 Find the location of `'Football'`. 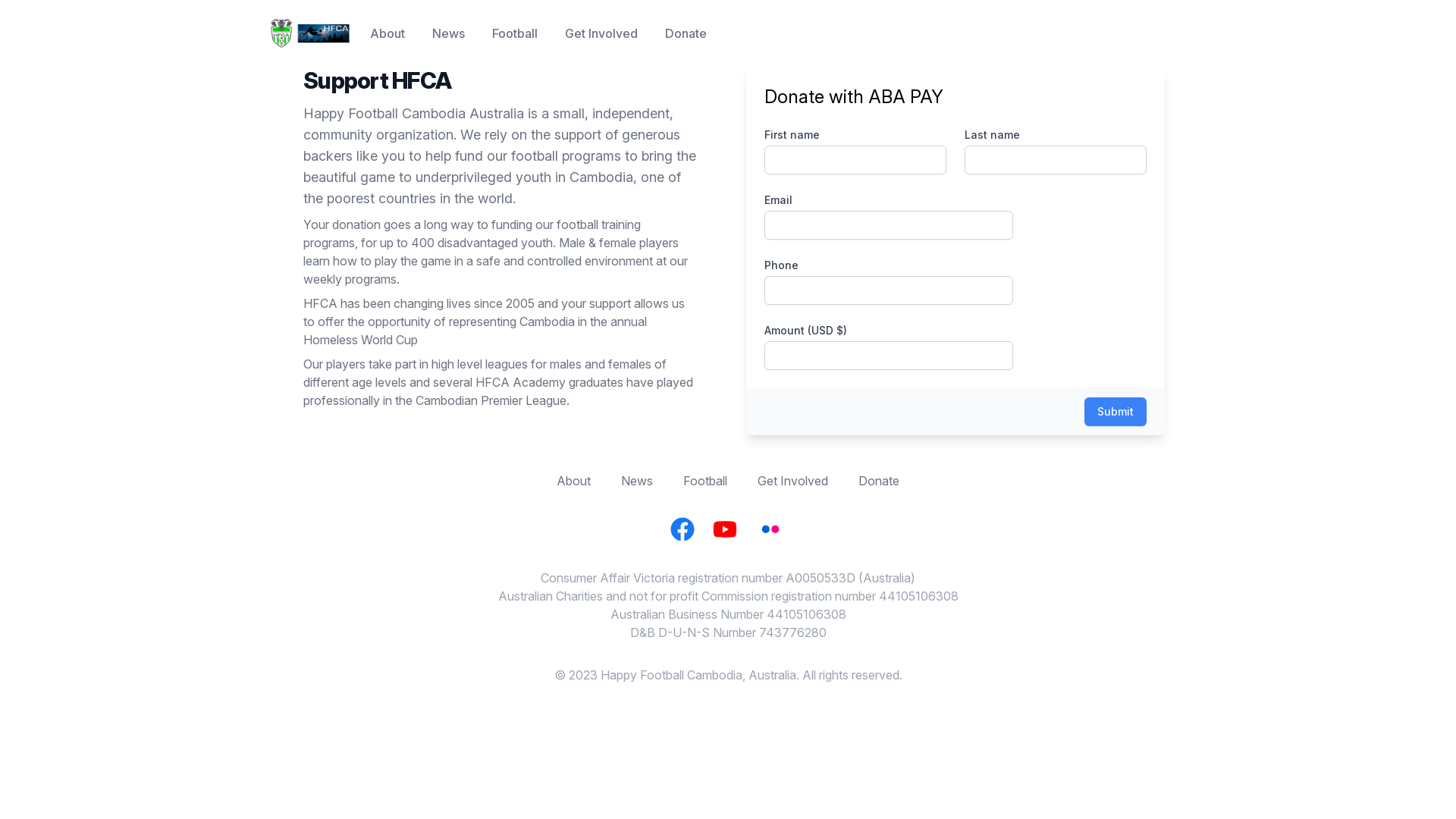

'Football' is located at coordinates (682, 480).